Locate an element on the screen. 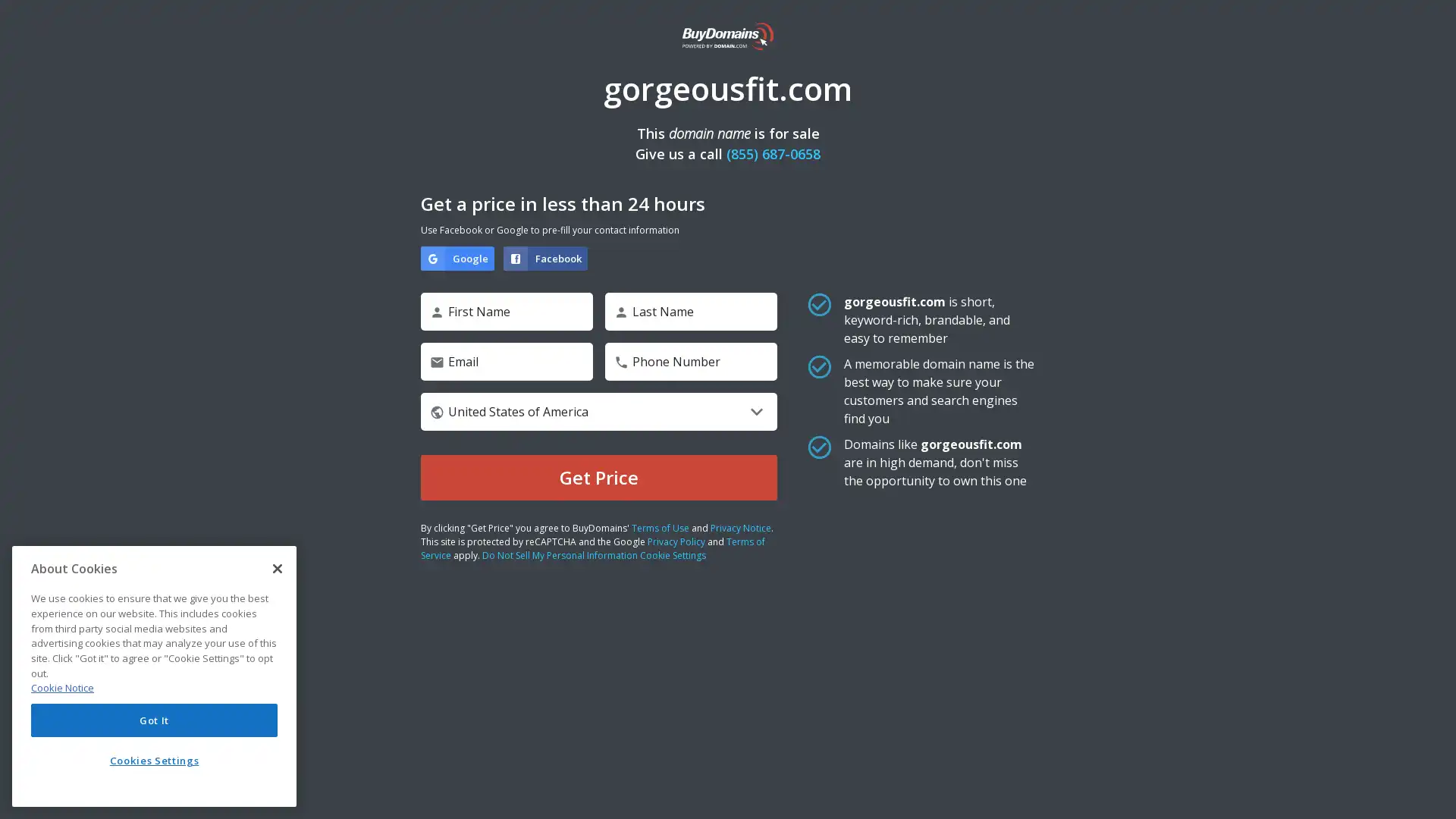 The width and height of the screenshot is (1456, 819). Cookies Settings is located at coordinates (154, 760).